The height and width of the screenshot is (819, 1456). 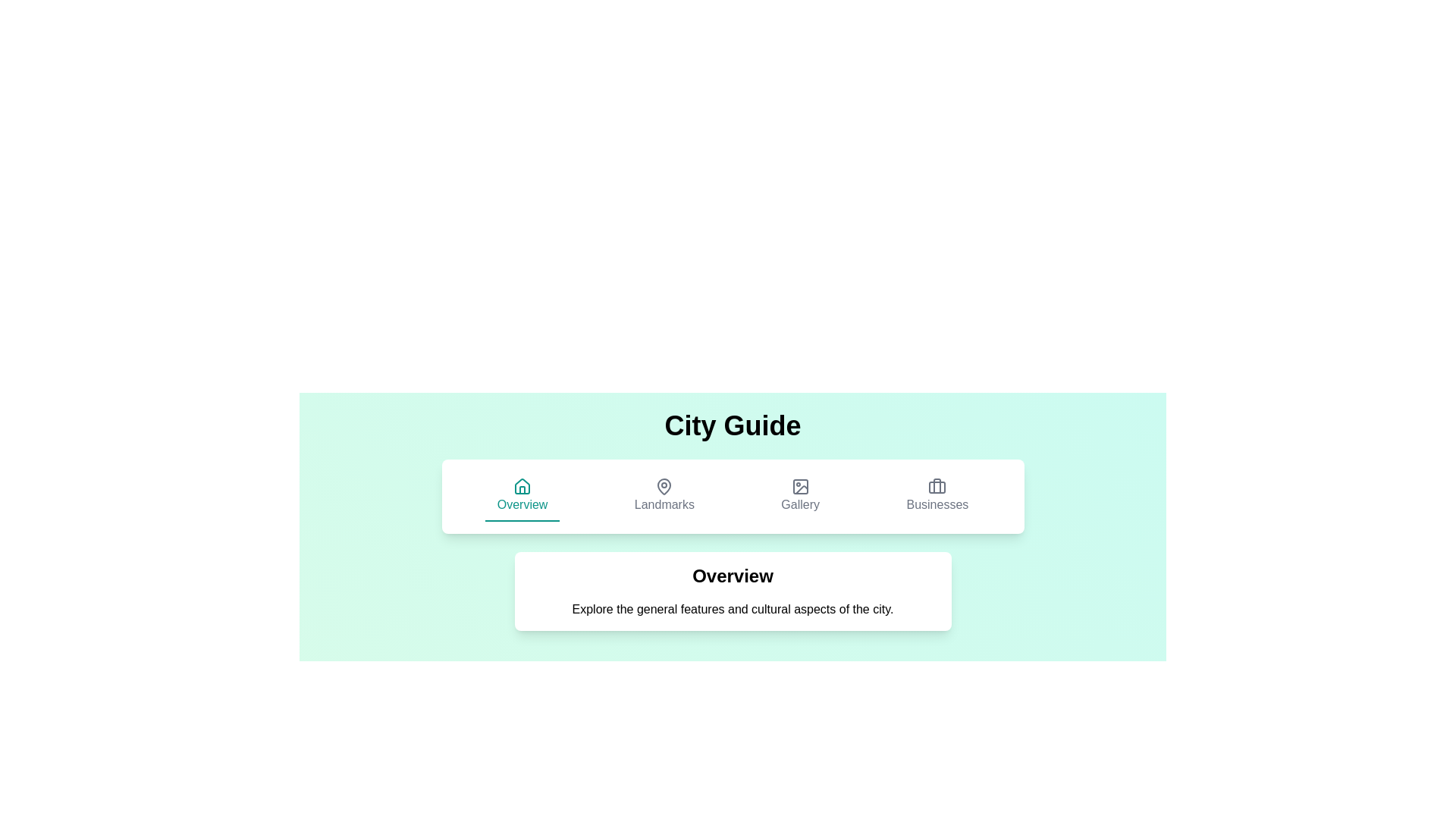 I want to click on text content of the 'Gallery' label located beneath its icon in the navigation bar, so click(x=799, y=505).